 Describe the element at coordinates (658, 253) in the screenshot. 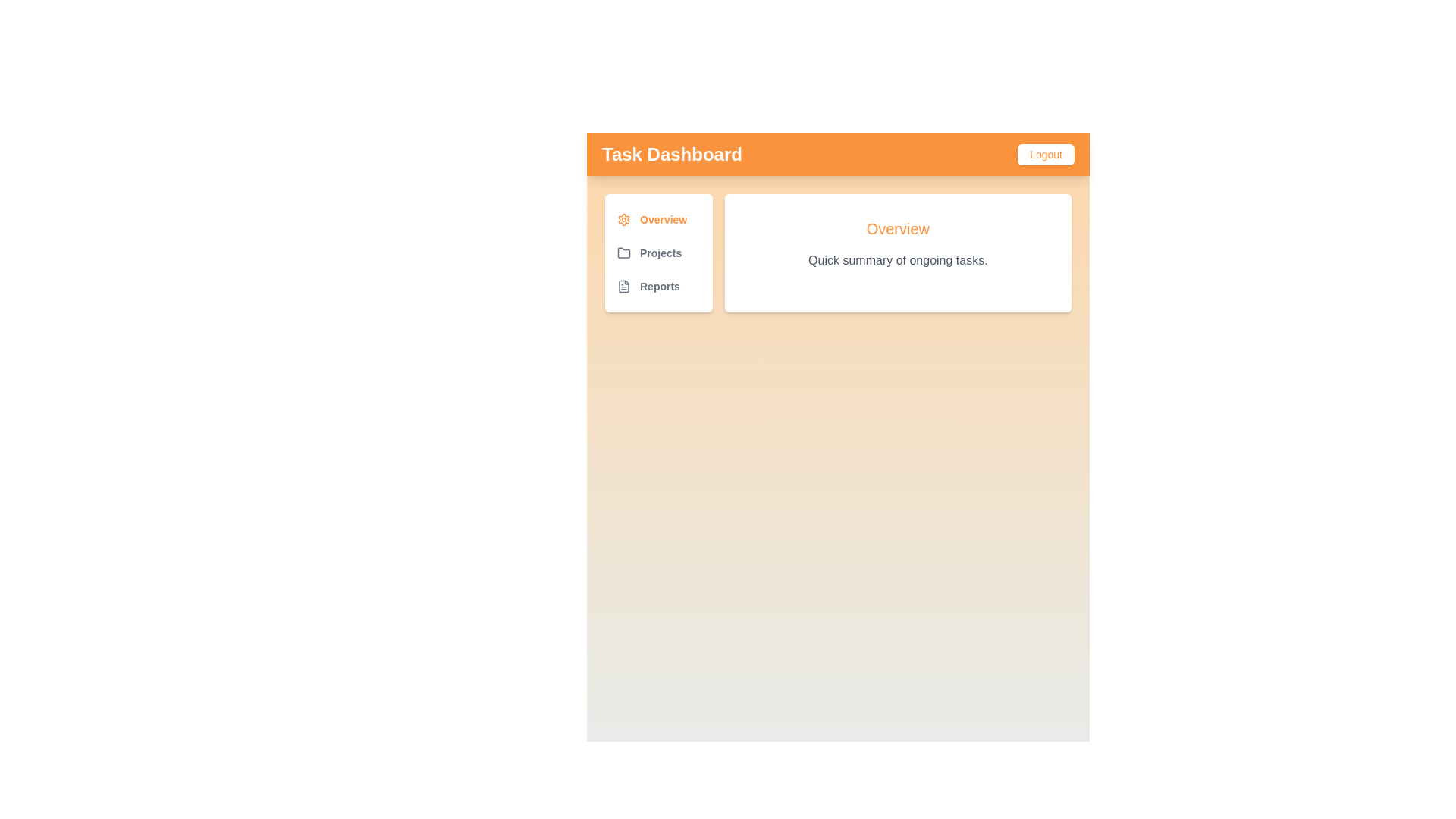

I see `the 'Projects' navigation link located in the vertical menu under 'Task Dashboard'` at that location.